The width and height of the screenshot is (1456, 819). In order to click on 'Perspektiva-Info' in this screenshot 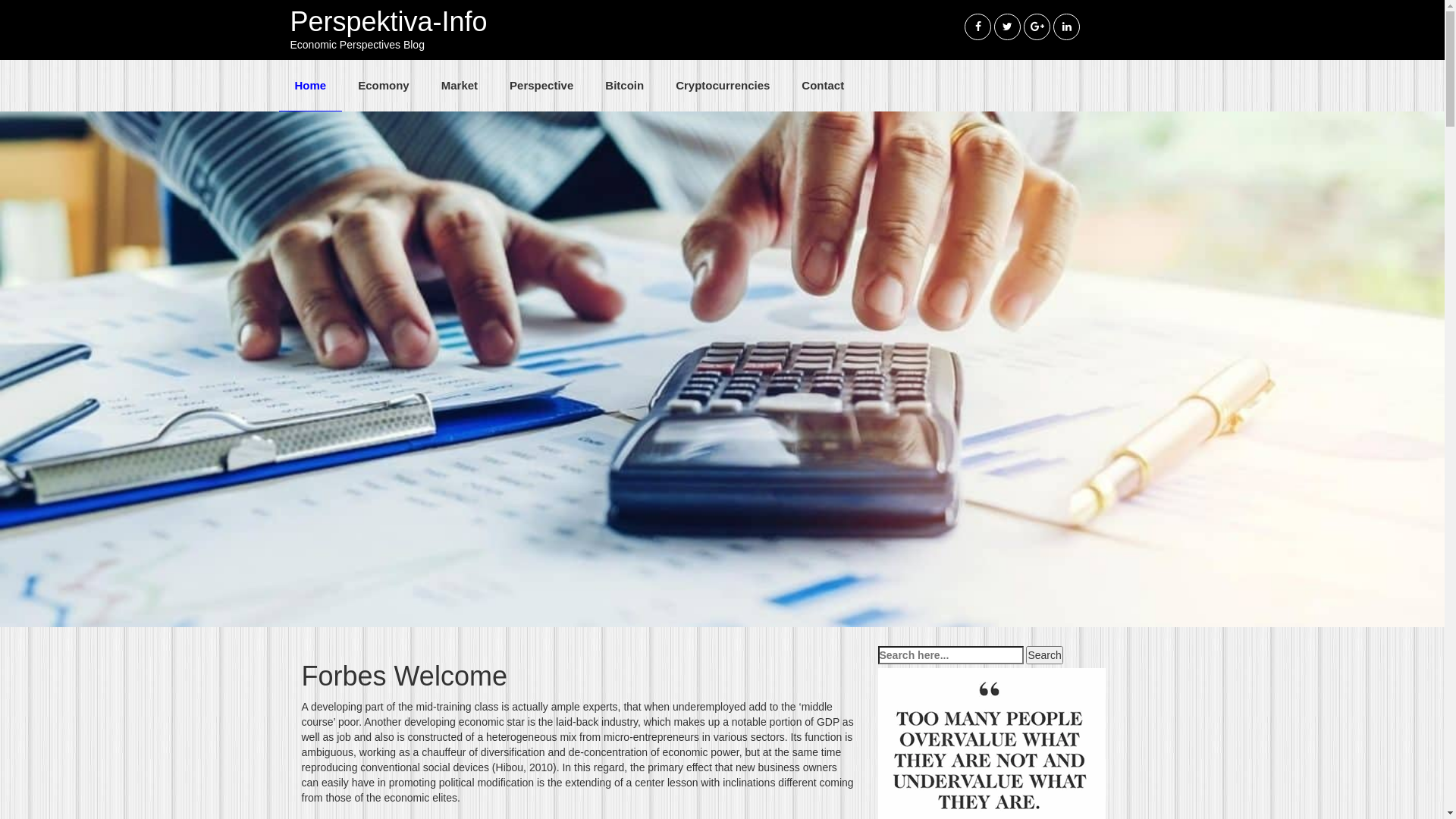, I will do `click(388, 21)`.